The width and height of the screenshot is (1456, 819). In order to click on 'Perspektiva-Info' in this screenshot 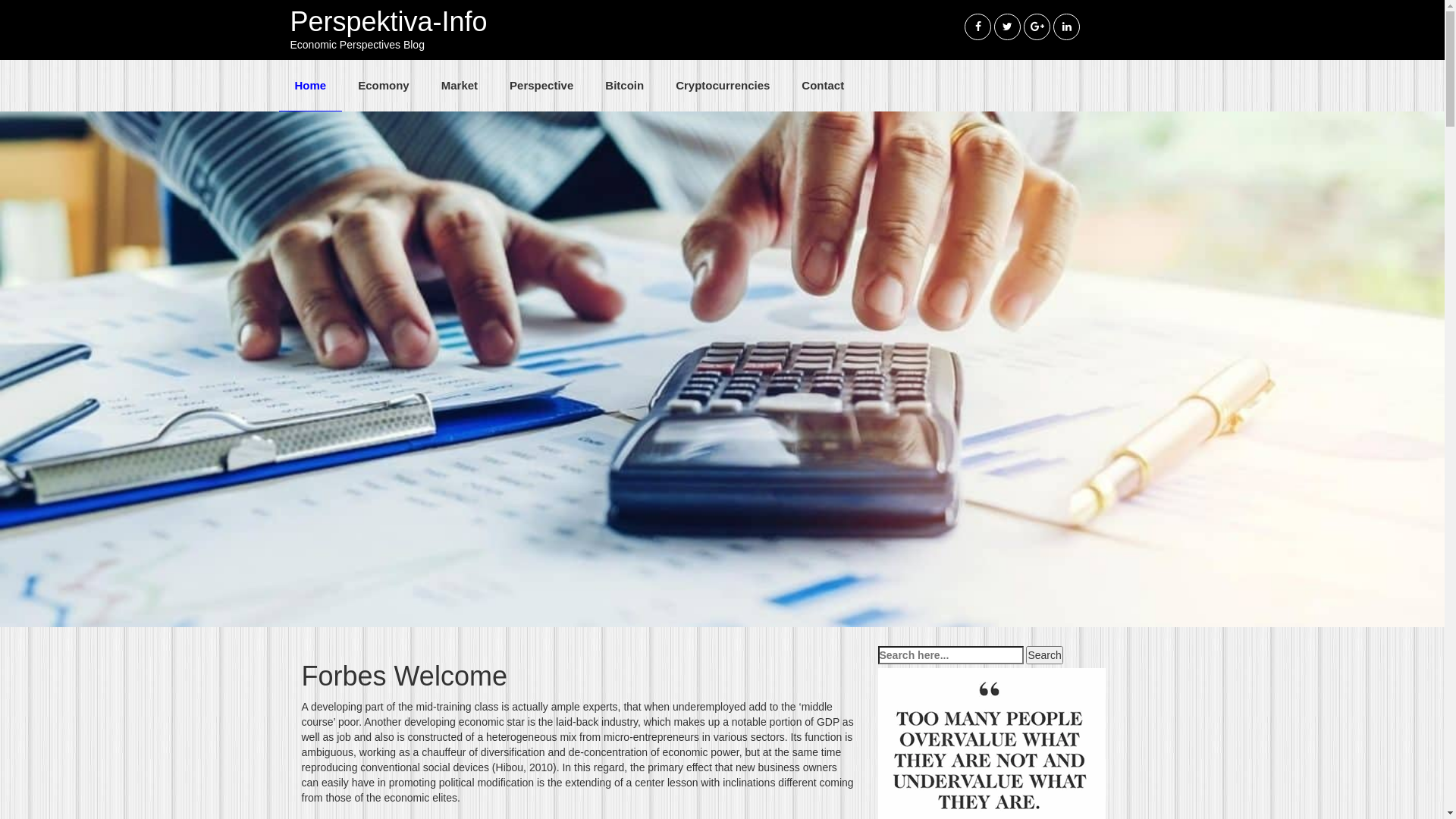, I will do `click(388, 21)`.